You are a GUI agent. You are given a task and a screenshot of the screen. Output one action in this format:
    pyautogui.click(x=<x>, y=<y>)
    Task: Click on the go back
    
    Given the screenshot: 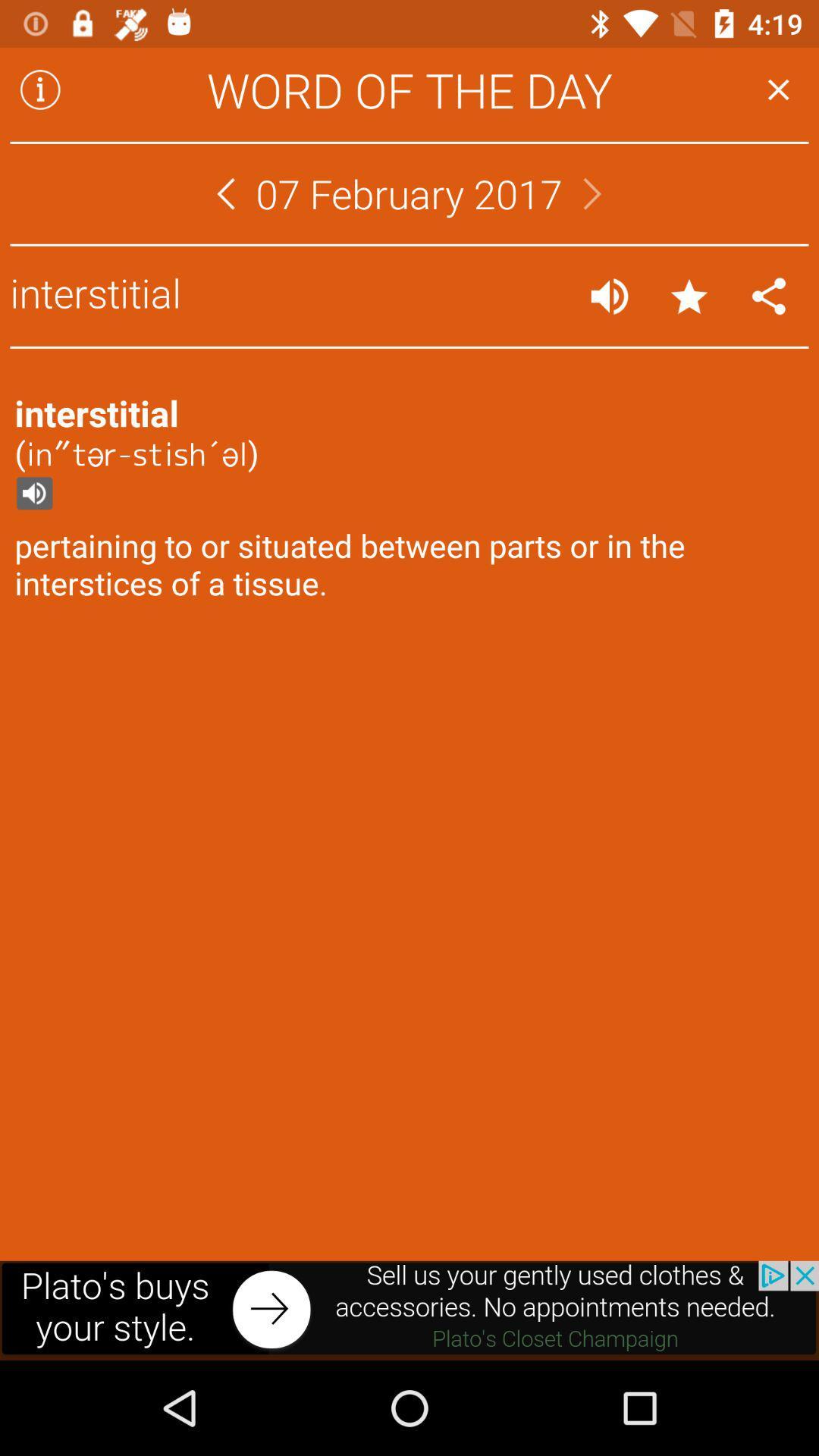 What is the action you would take?
    pyautogui.click(x=225, y=193)
    